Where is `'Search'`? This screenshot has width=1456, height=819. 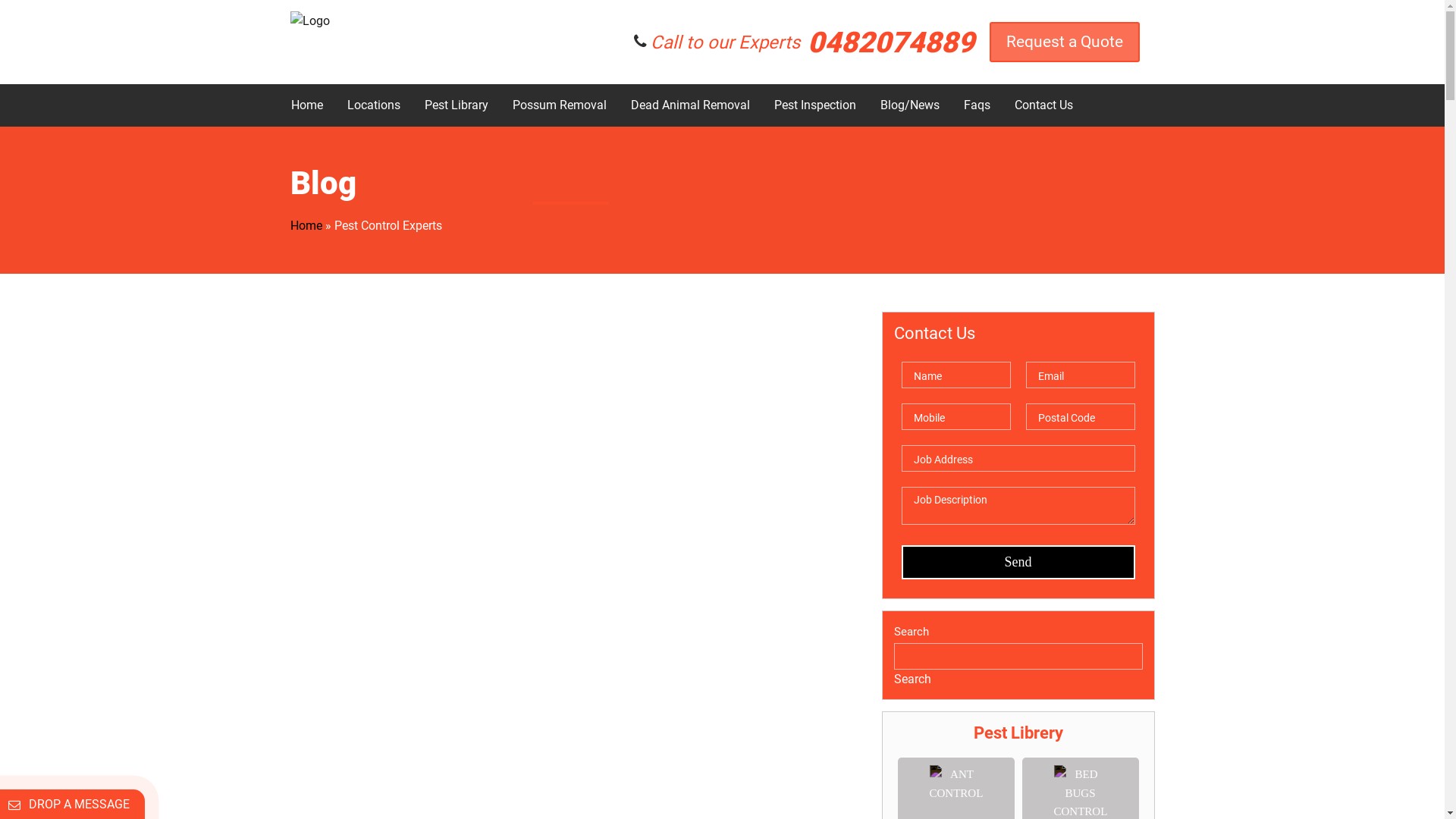
'Search' is located at coordinates (911, 678).